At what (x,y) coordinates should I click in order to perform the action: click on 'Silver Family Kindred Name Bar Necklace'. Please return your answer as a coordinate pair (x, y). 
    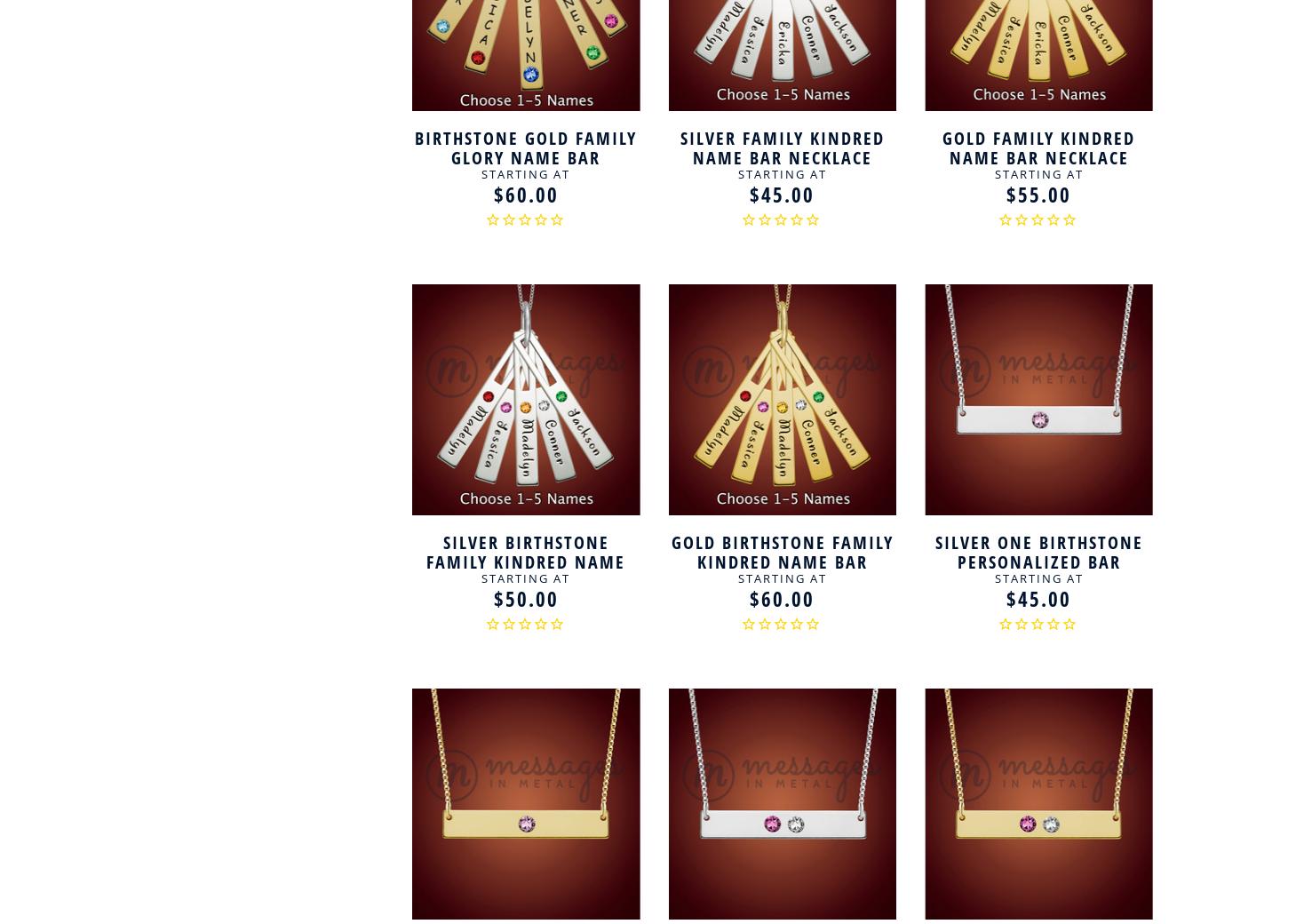
    Looking at the image, I should click on (781, 147).